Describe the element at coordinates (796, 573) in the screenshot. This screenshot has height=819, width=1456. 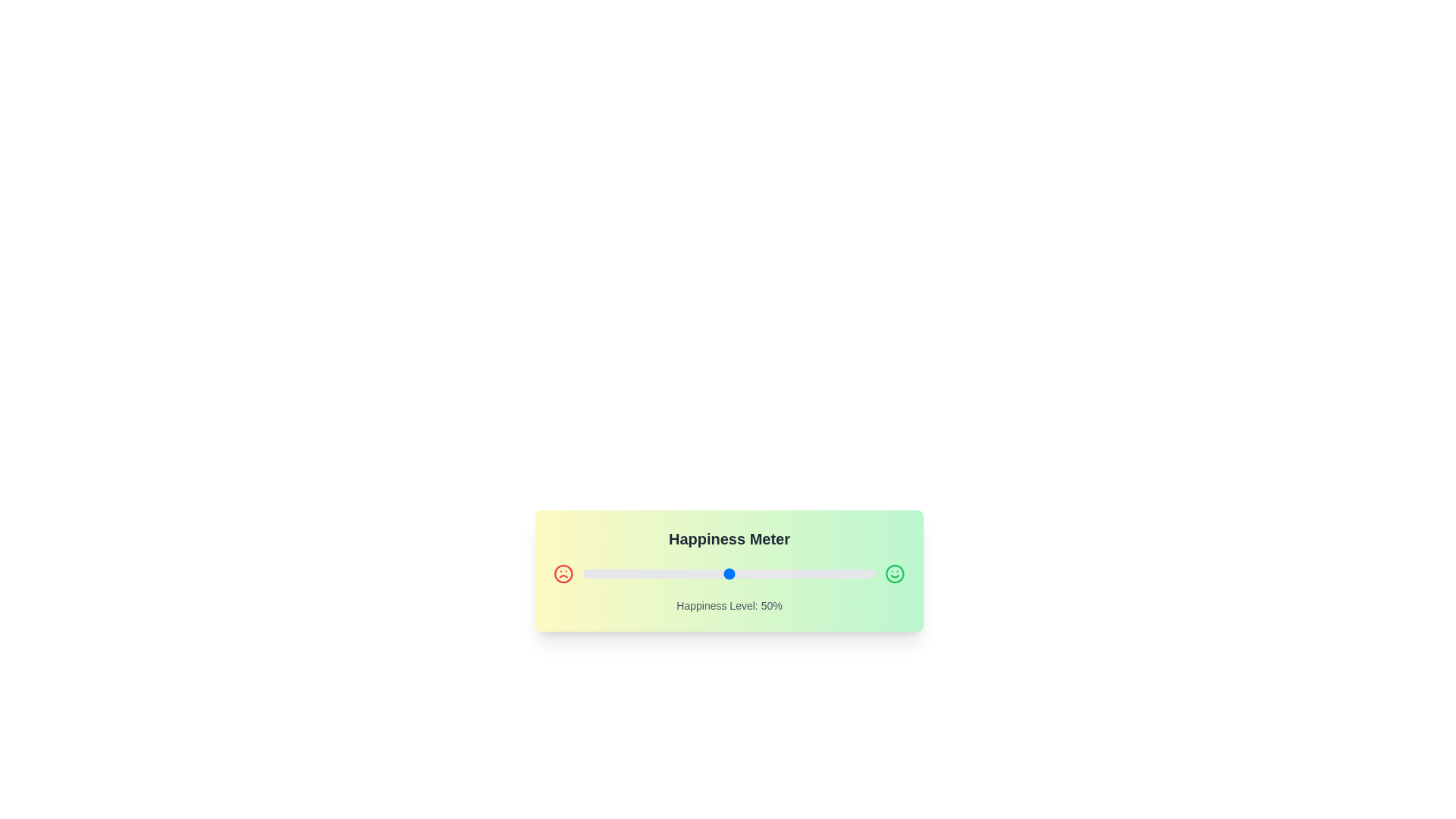
I see `the slider to set the happiness level to 73%` at that location.